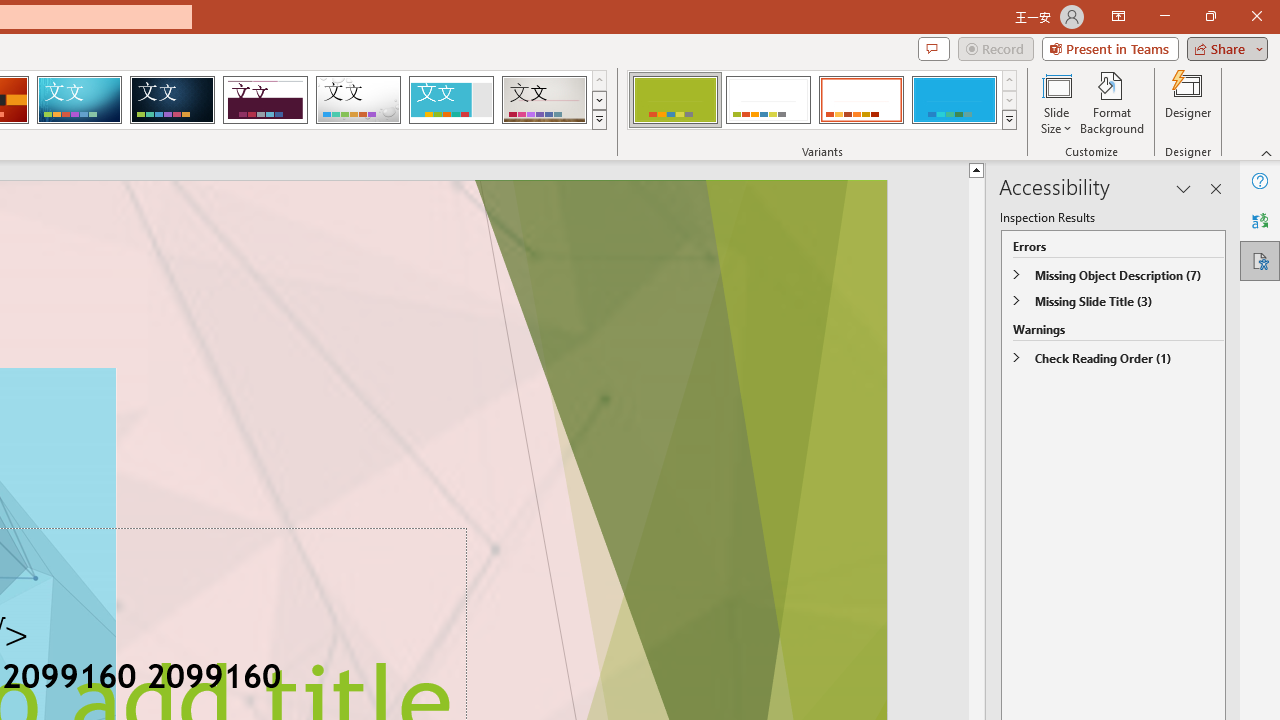 Image resolution: width=1280 pixels, height=720 pixels. What do you see at coordinates (358, 100) in the screenshot?
I see `'Droplet'` at bounding box center [358, 100].